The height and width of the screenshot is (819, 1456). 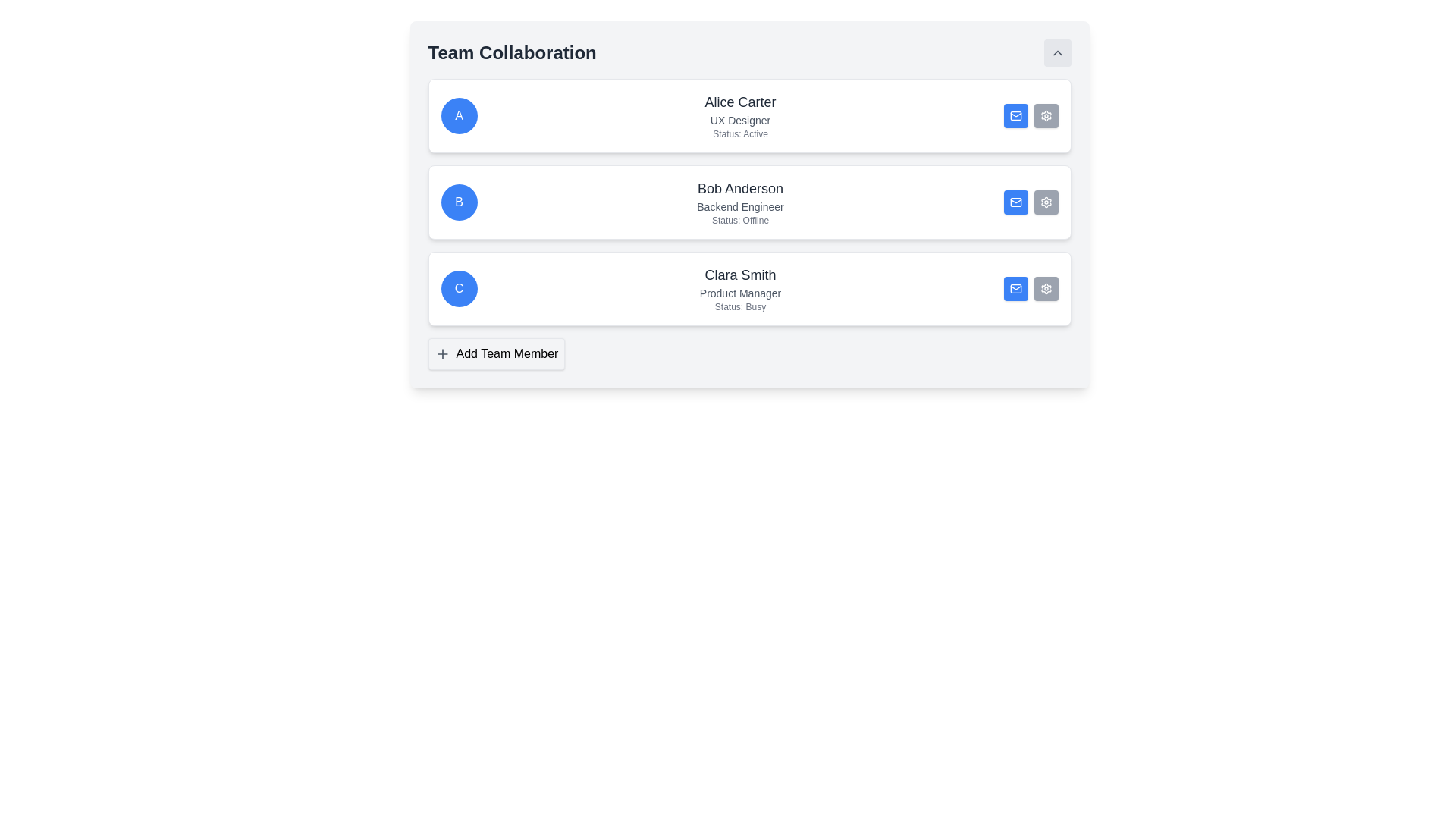 I want to click on the blue envelope icon located in the top-right corner of the card for 'Alice Carter' to interact with the messaging feature, so click(x=1015, y=115).